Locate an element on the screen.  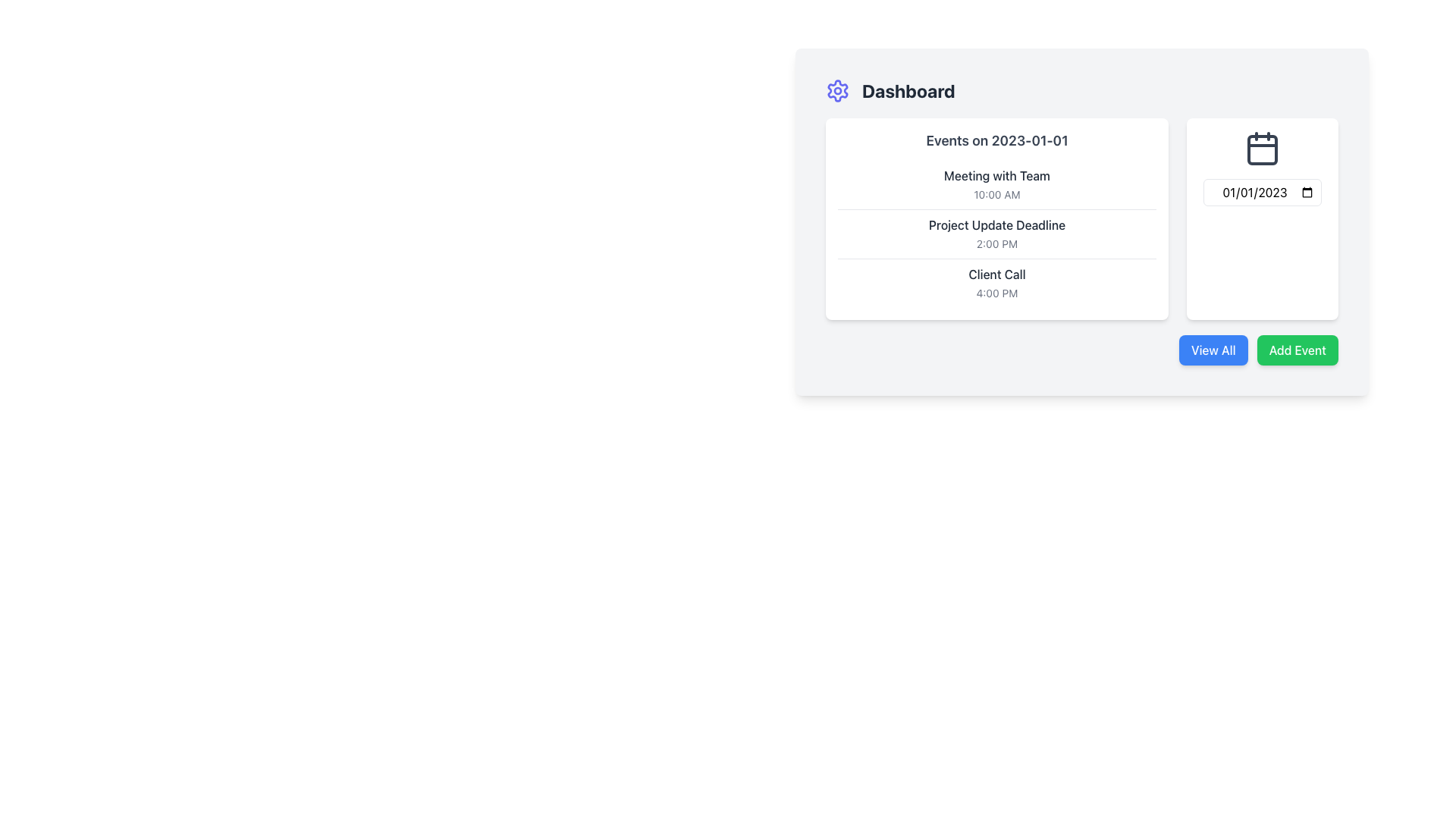
the title 'Meeting with Team' is located at coordinates (997, 184).